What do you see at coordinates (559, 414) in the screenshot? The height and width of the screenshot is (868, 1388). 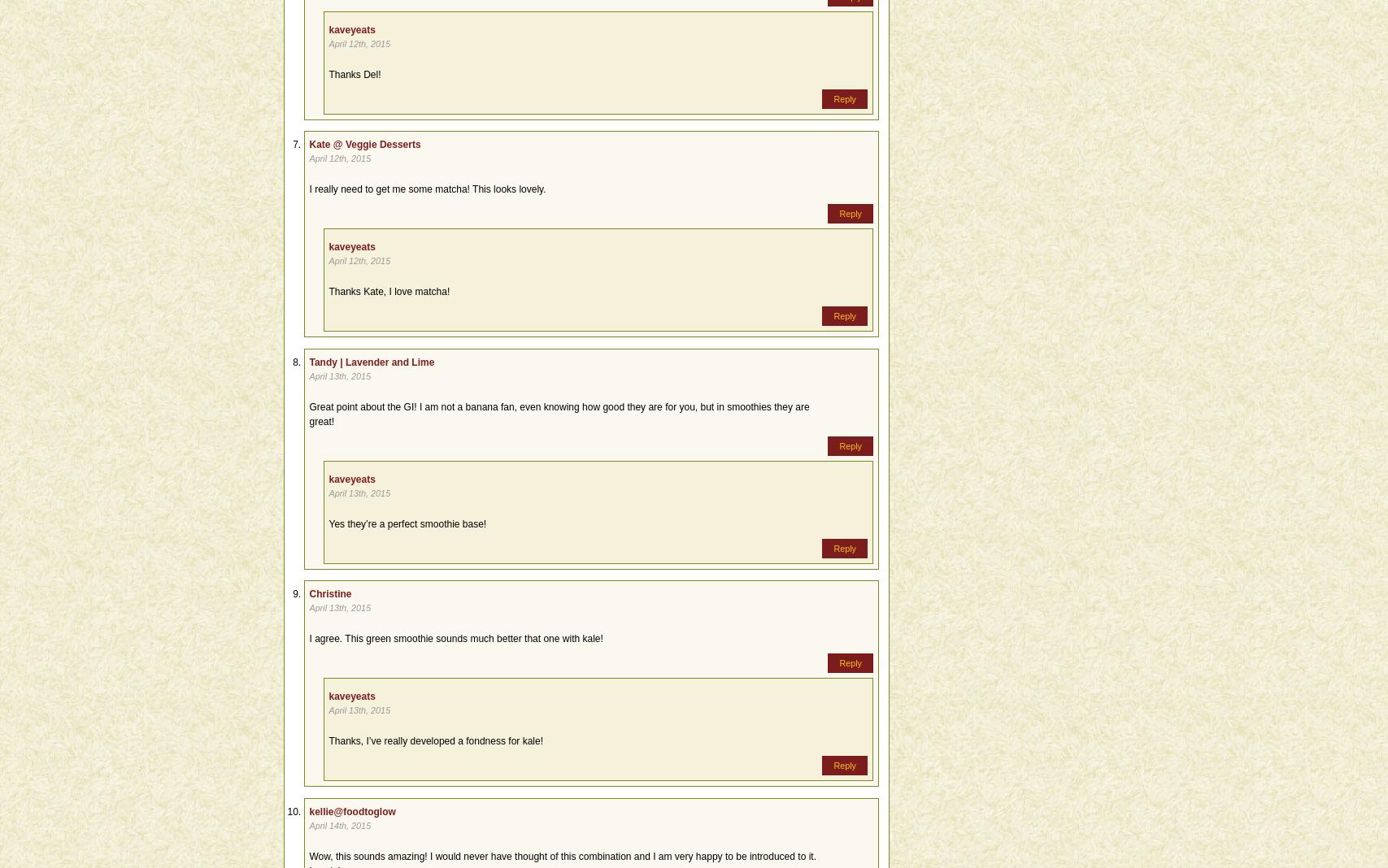 I see `'Great point about the GI! I am not a banana fan, even knowing how good they are for you, but in smoothies they are great!'` at bounding box center [559, 414].